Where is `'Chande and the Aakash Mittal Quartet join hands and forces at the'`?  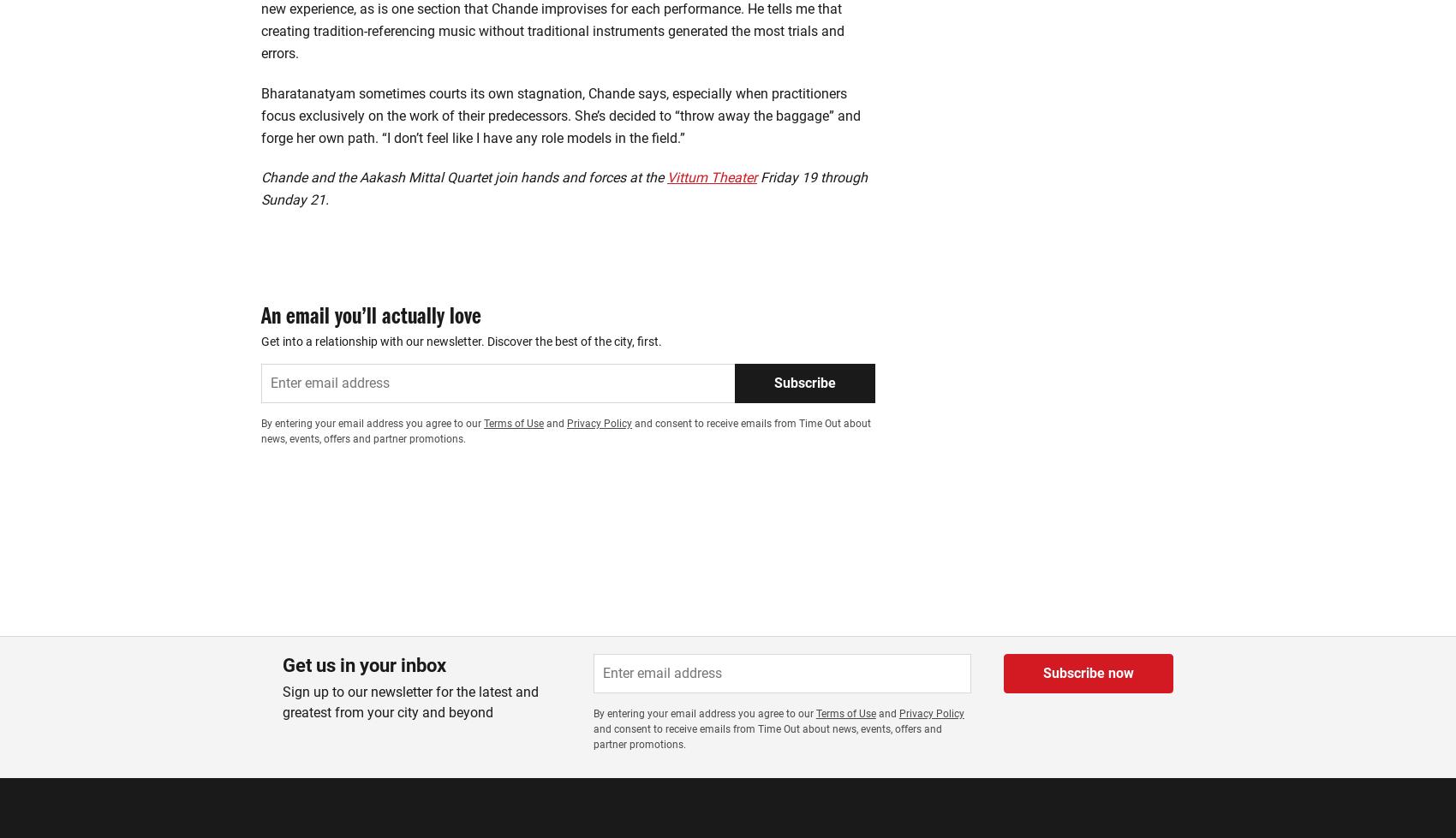
'Chande and the Aakash Mittal Quartet join hands and forces at the' is located at coordinates (462, 99).